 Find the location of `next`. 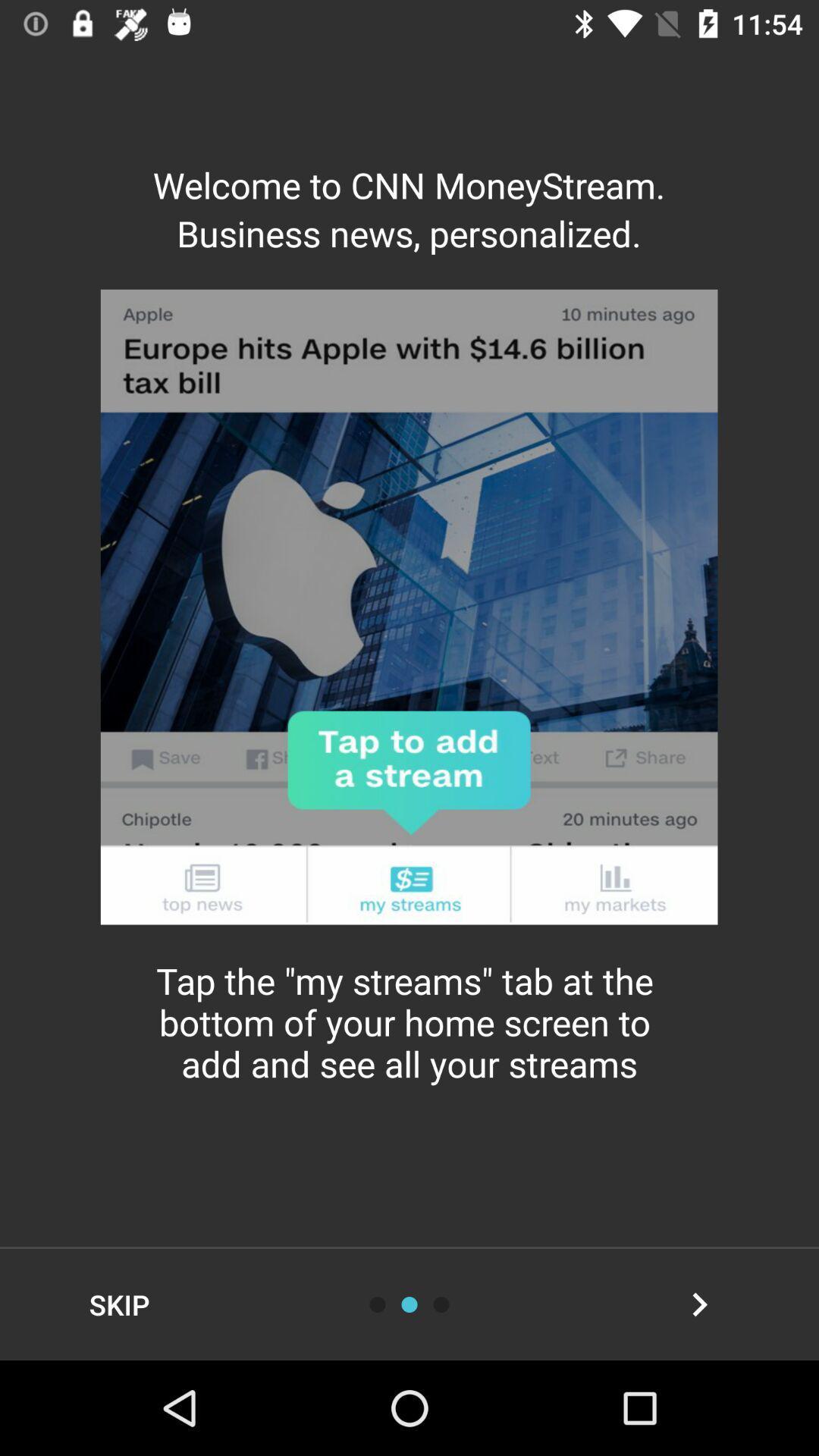

next is located at coordinates (699, 1304).